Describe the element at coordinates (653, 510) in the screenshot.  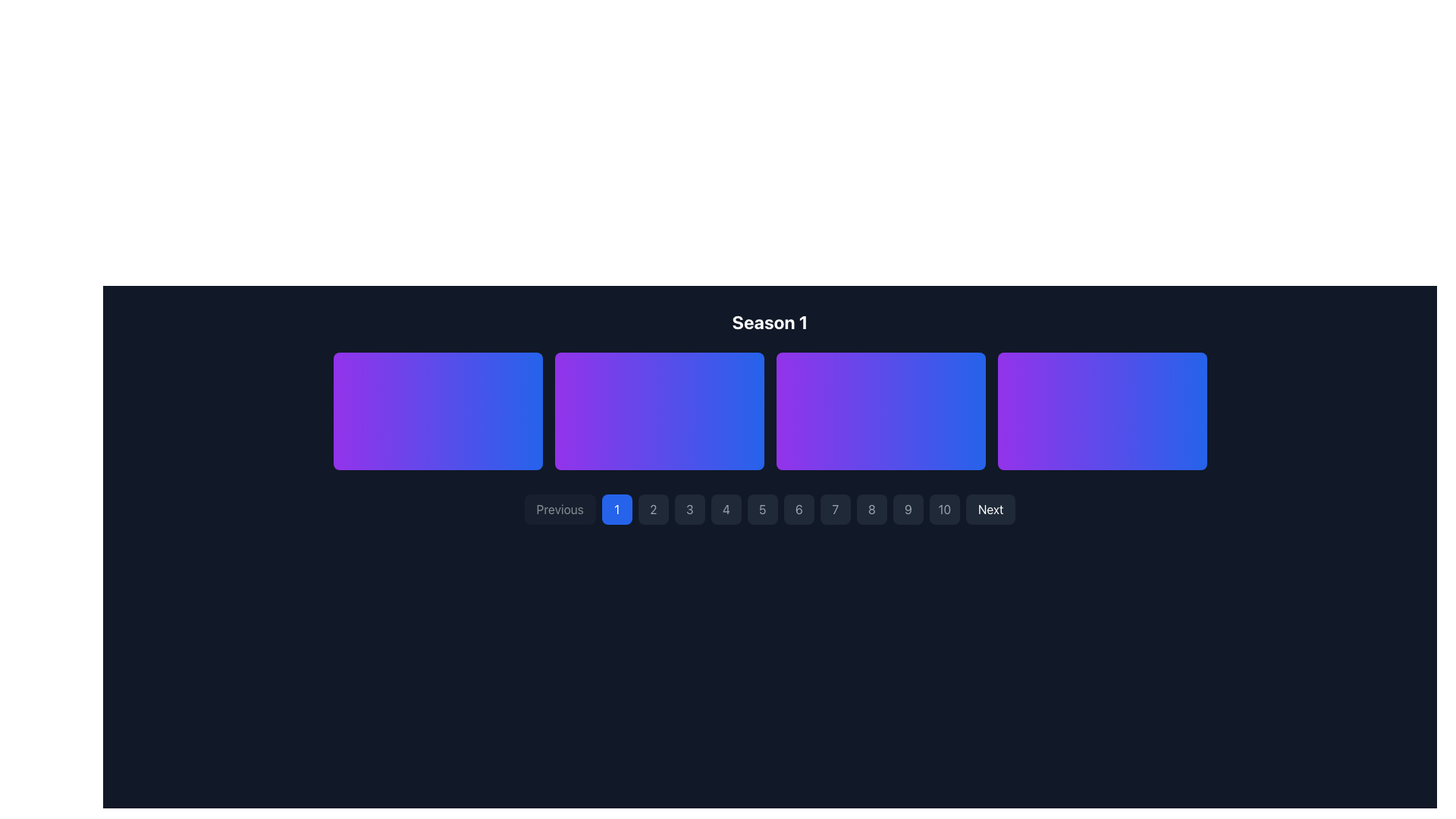
I see `the second pagination button` at that location.